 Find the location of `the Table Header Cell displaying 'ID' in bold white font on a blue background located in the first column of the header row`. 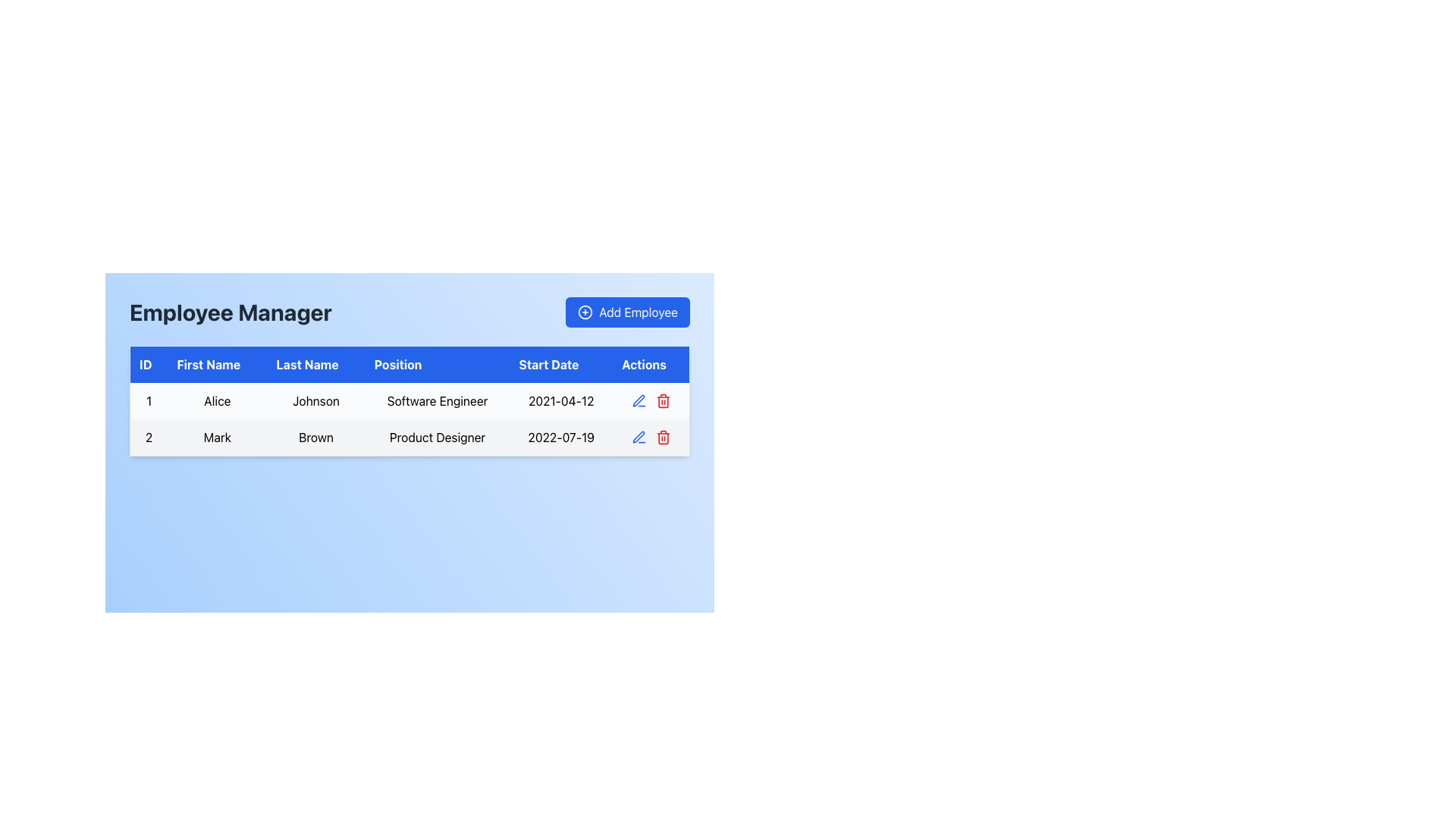

the Table Header Cell displaying 'ID' in bold white font on a blue background located in the first column of the header row is located at coordinates (149, 364).